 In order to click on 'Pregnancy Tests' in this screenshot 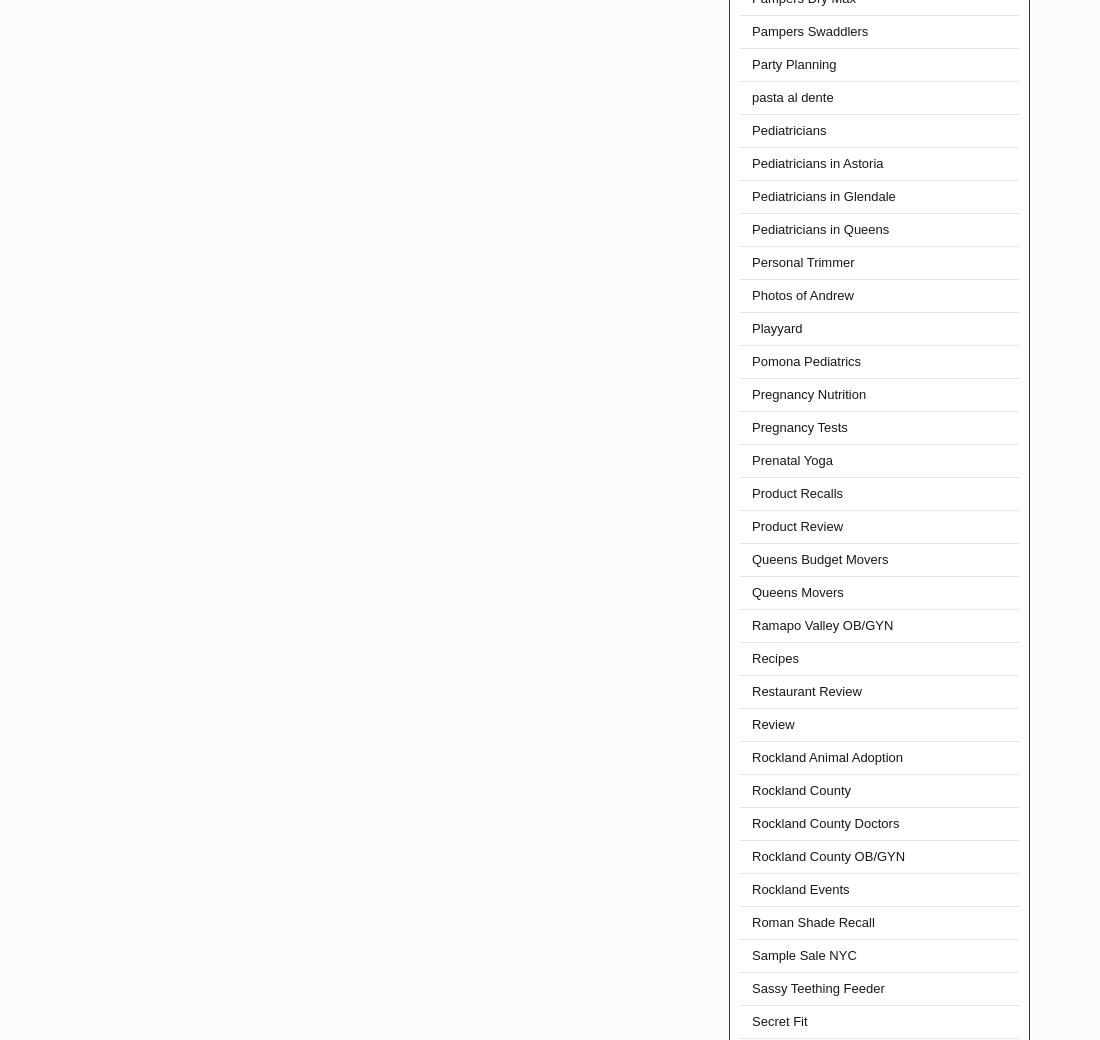, I will do `click(799, 427)`.